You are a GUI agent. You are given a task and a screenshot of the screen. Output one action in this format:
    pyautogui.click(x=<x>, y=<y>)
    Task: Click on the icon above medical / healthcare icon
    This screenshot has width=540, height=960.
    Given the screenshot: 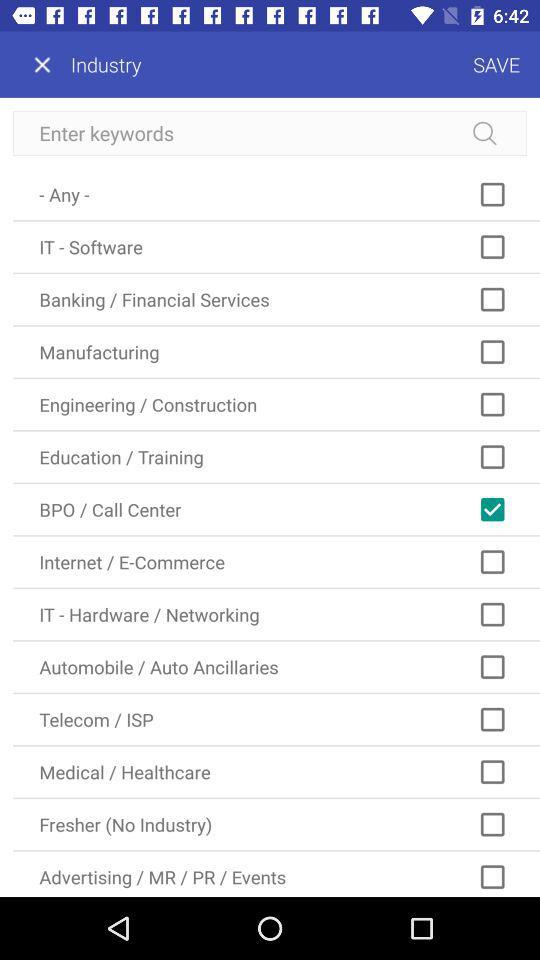 What is the action you would take?
    pyautogui.click(x=275, y=719)
    